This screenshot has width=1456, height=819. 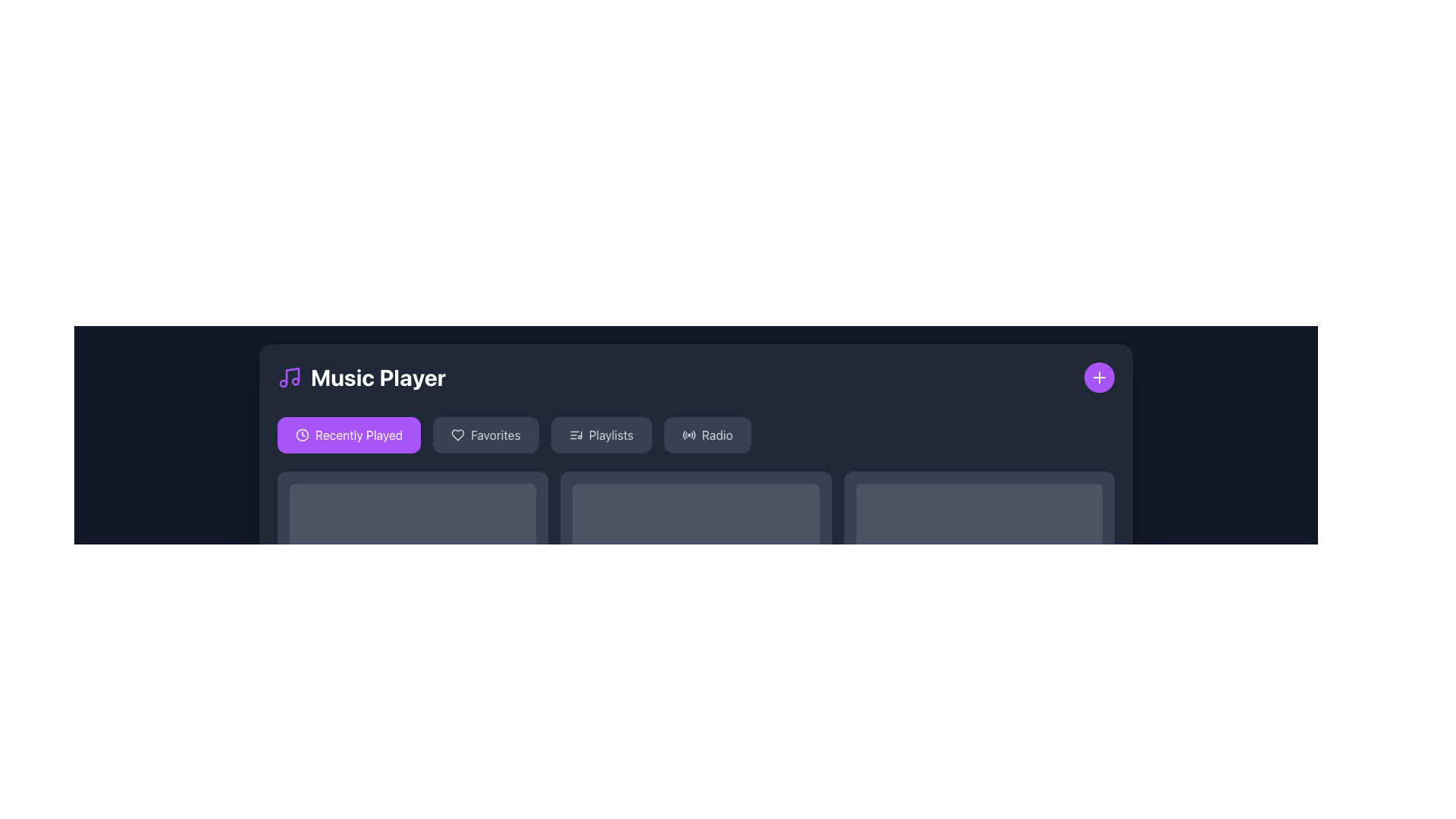 I want to click on the 'Favorites' icon located to the left of the 'Favorites' text label in the horizontal navigation bar, so click(x=457, y=435).